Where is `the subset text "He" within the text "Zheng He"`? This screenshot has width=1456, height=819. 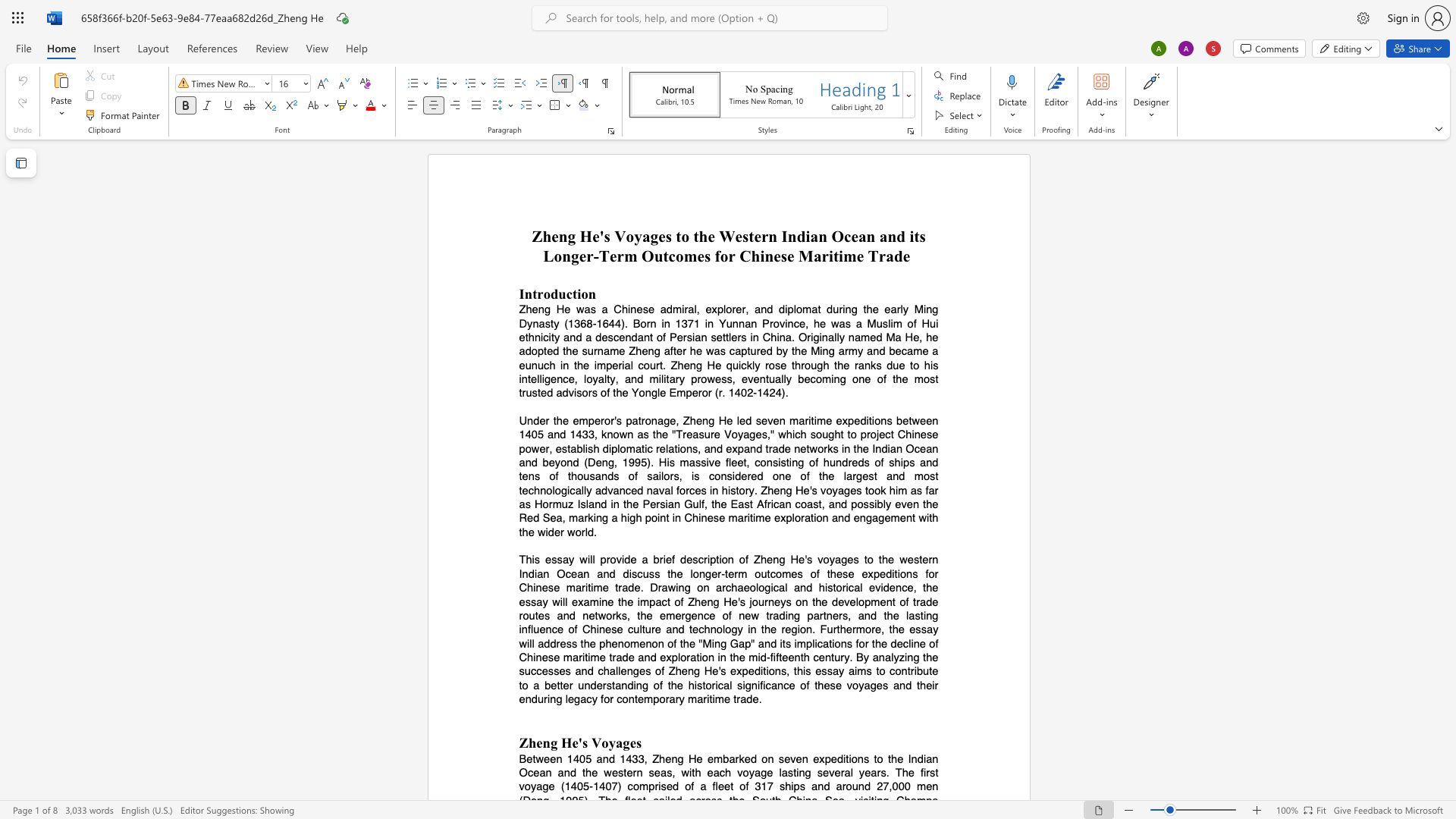 the subset text "He" within the text "Zheng He" is located at coordinates (560, 742).